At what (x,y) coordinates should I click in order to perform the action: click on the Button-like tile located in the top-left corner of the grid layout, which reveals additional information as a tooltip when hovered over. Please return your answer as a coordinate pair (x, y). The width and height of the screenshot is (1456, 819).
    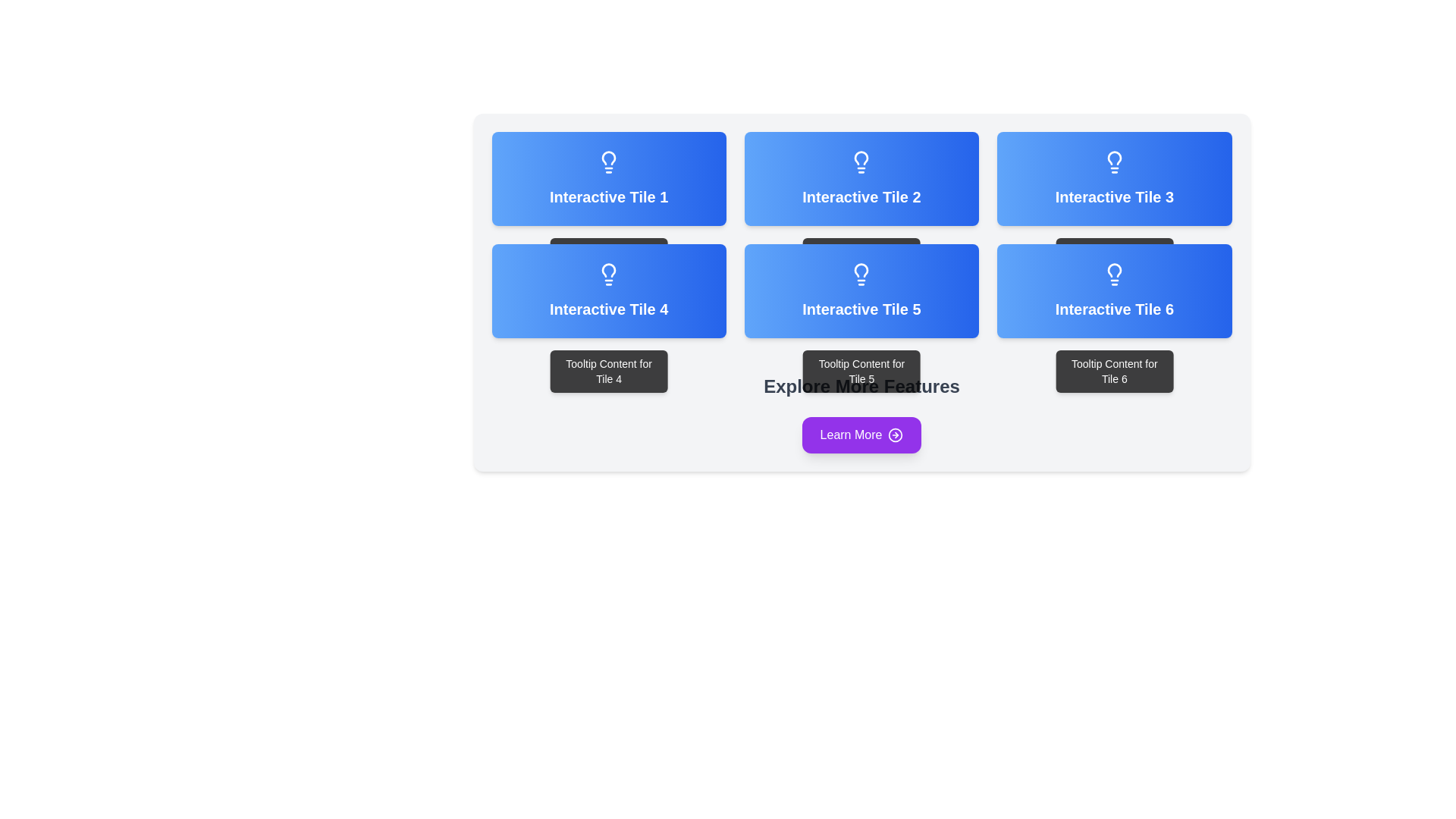
    Looking at the image, I should click on (609, 177).